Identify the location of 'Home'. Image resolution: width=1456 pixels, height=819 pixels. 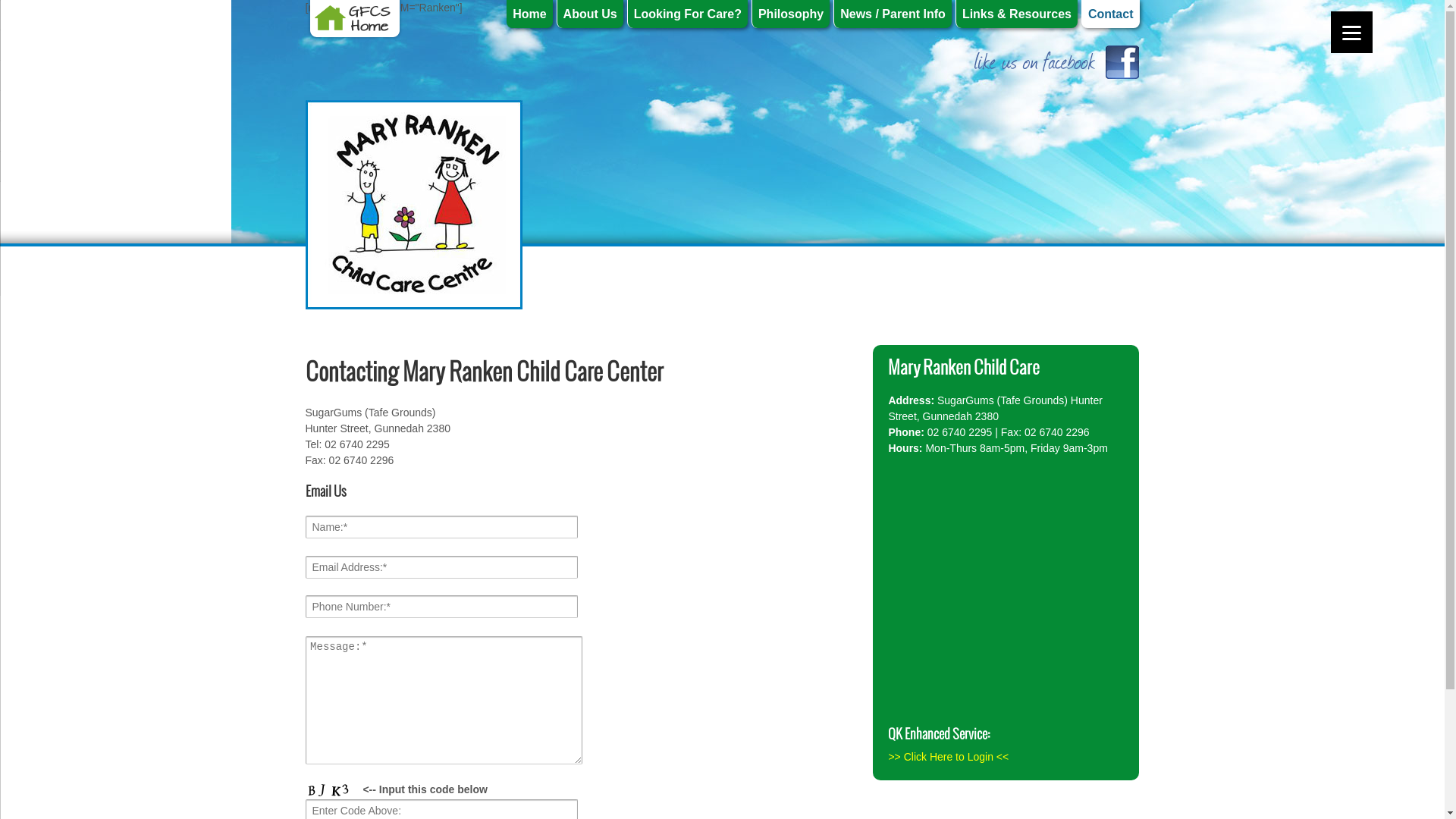
(529, 14).